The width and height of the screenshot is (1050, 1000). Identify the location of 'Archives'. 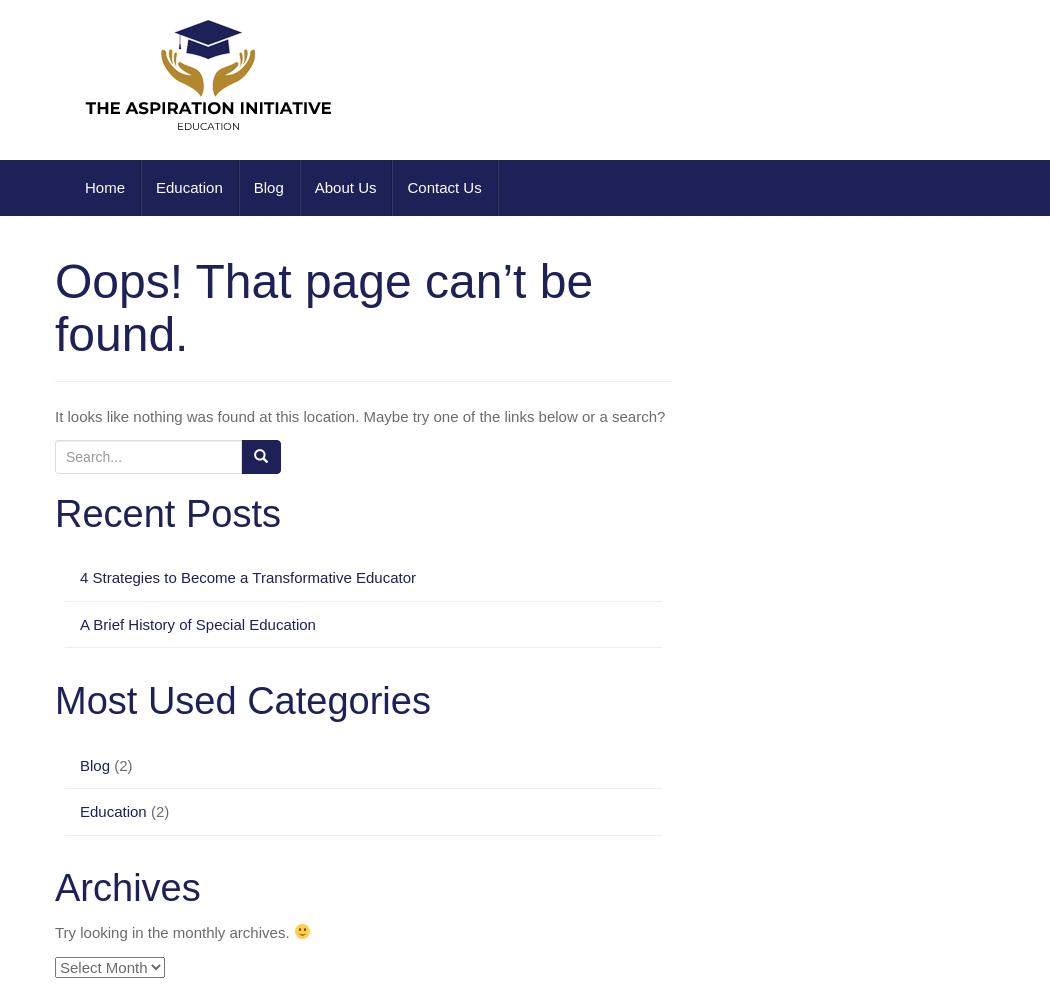
(126, 888).